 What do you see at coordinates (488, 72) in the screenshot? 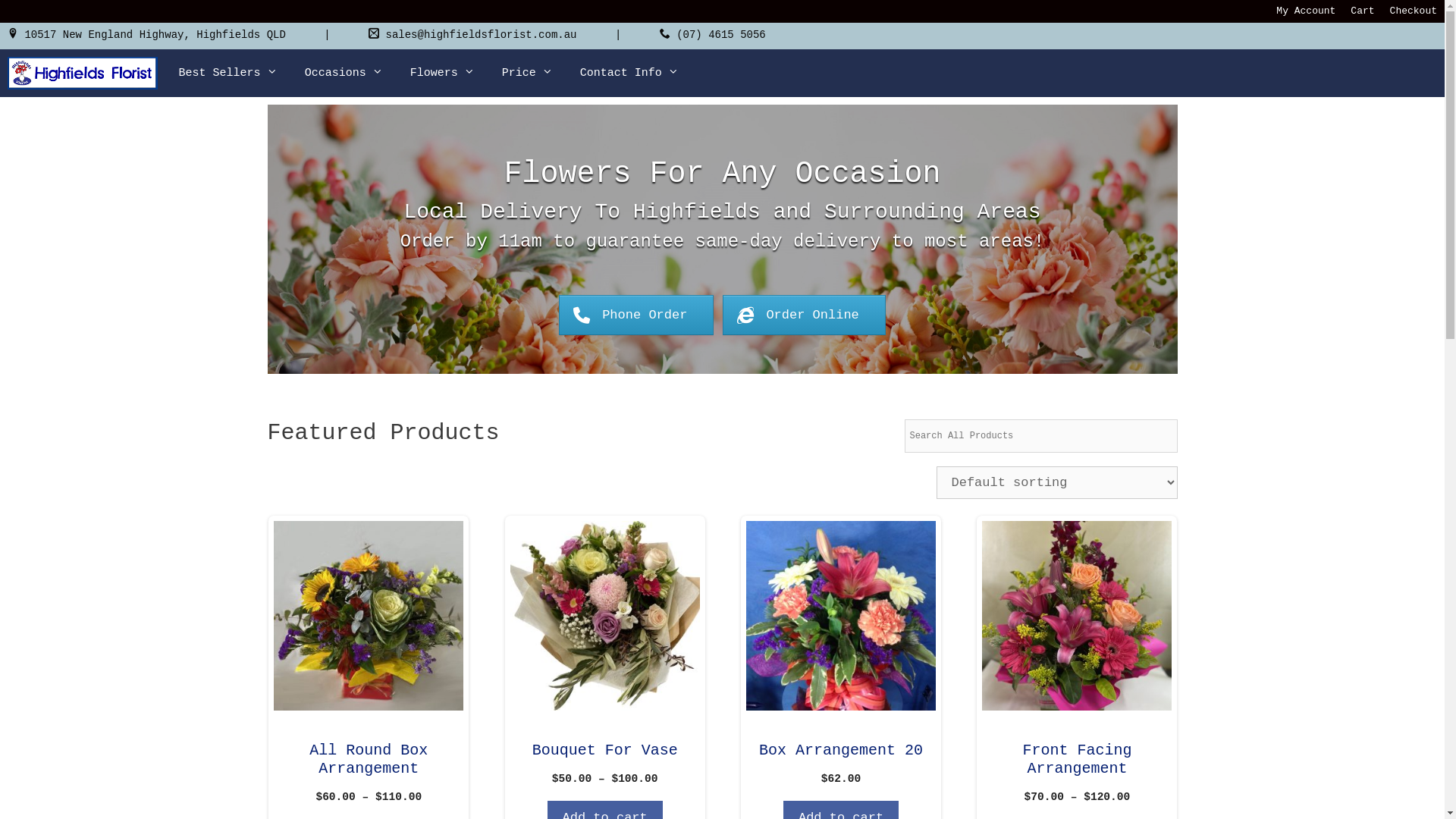
I see `'Price'` at bounding box center [488, 72].